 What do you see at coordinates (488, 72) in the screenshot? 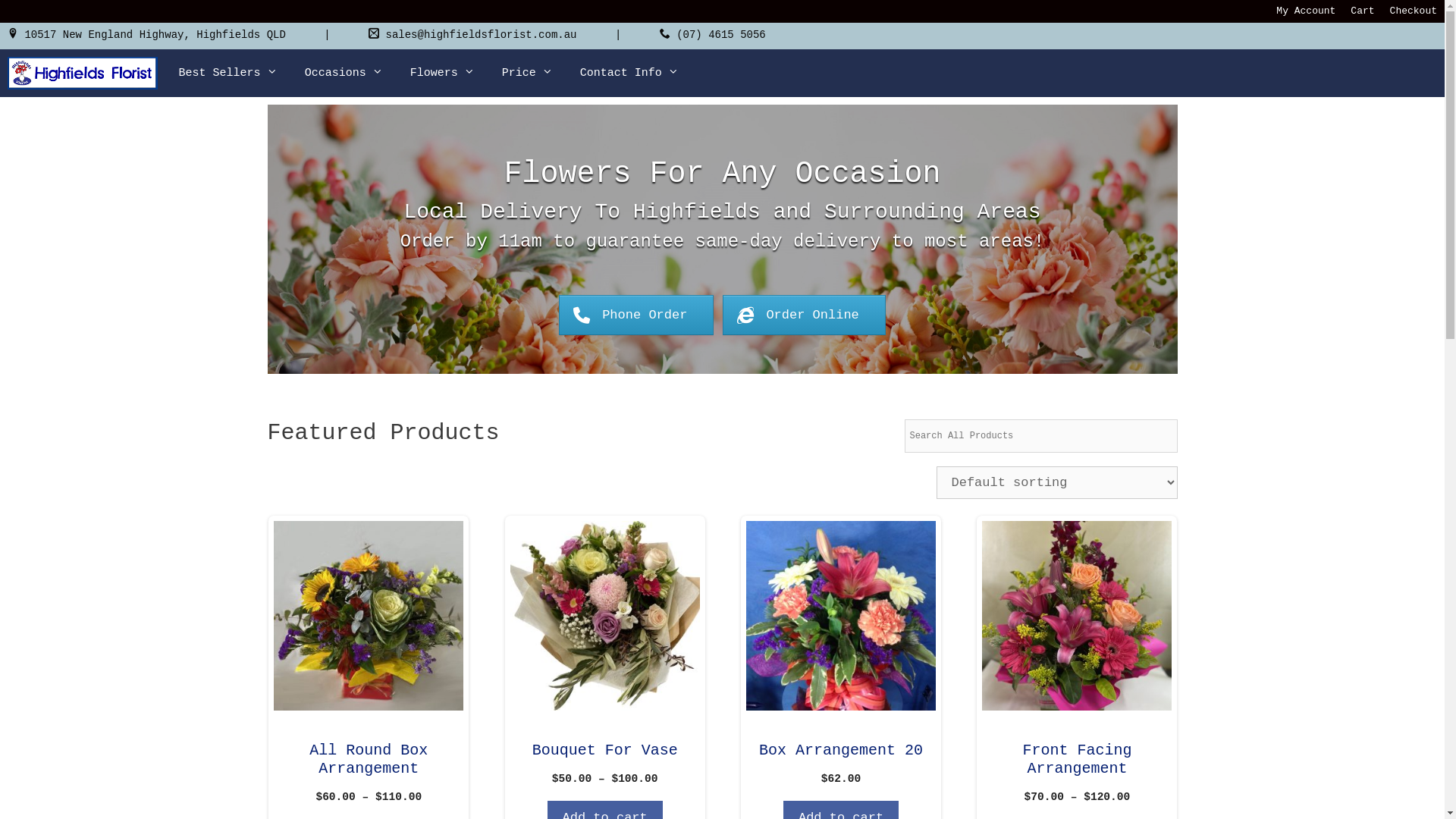
I see `'Price'` at bounding box center [488, 72].